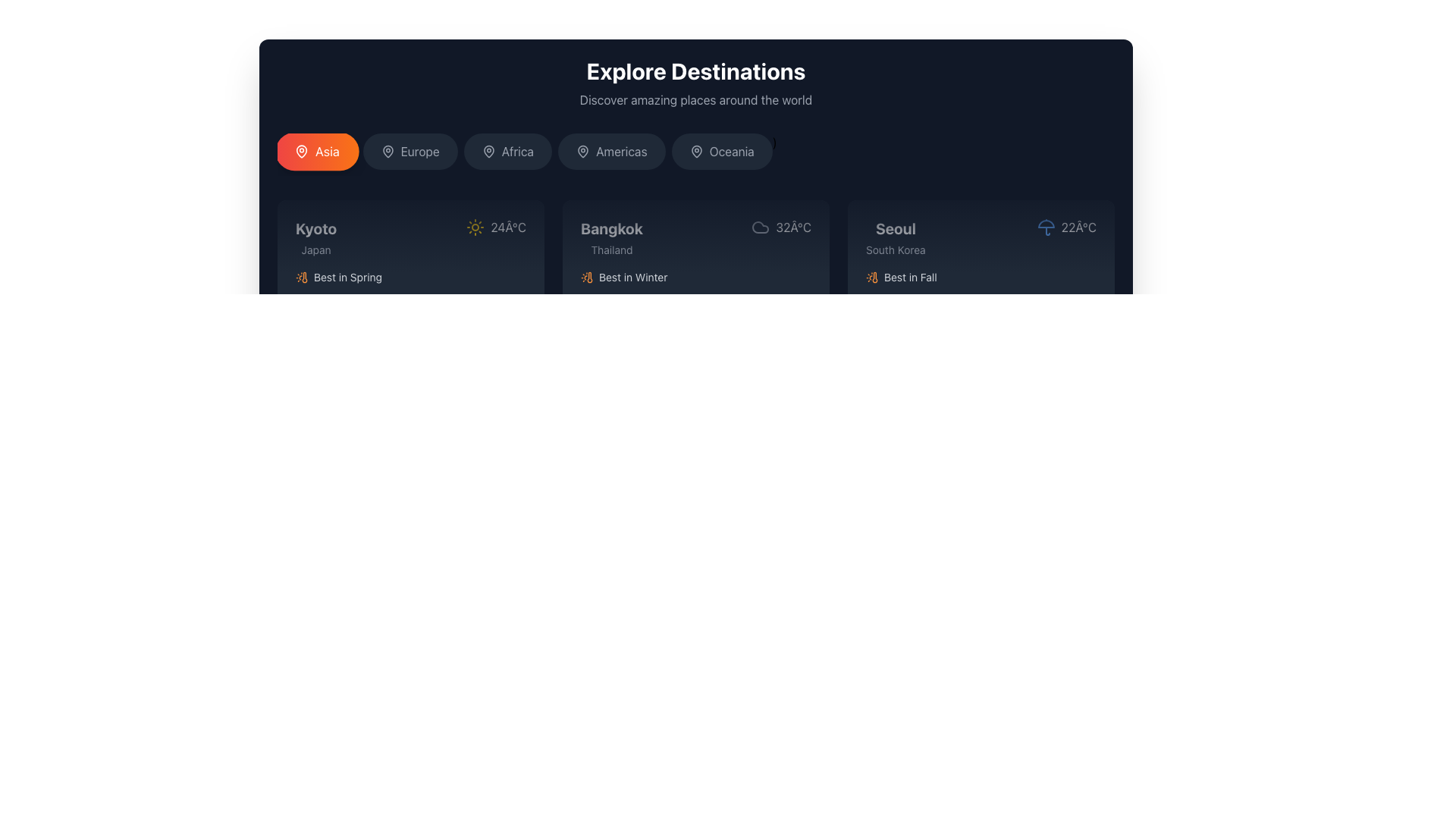 Image resolution: width=1456 pixels, height=819 pixels. Describe the element at coordinates (327, 152) in the screenshot. I see `the 'Asia' text label inside the button, which is styled with a white color on a red-to-orange gradient background and located to the leftmost of the row of region selection buttons` at that location.